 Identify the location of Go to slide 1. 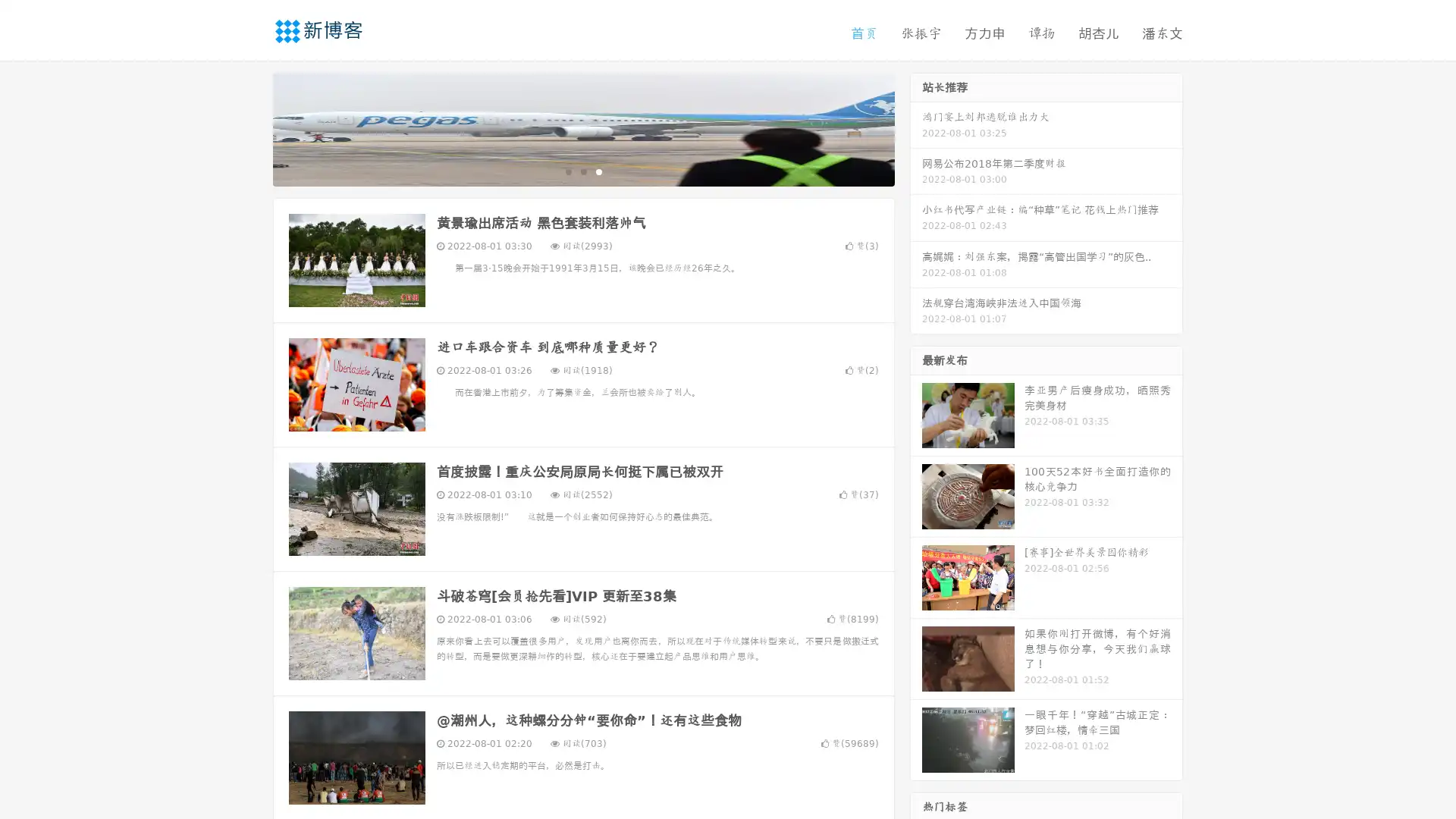
(567, 171).